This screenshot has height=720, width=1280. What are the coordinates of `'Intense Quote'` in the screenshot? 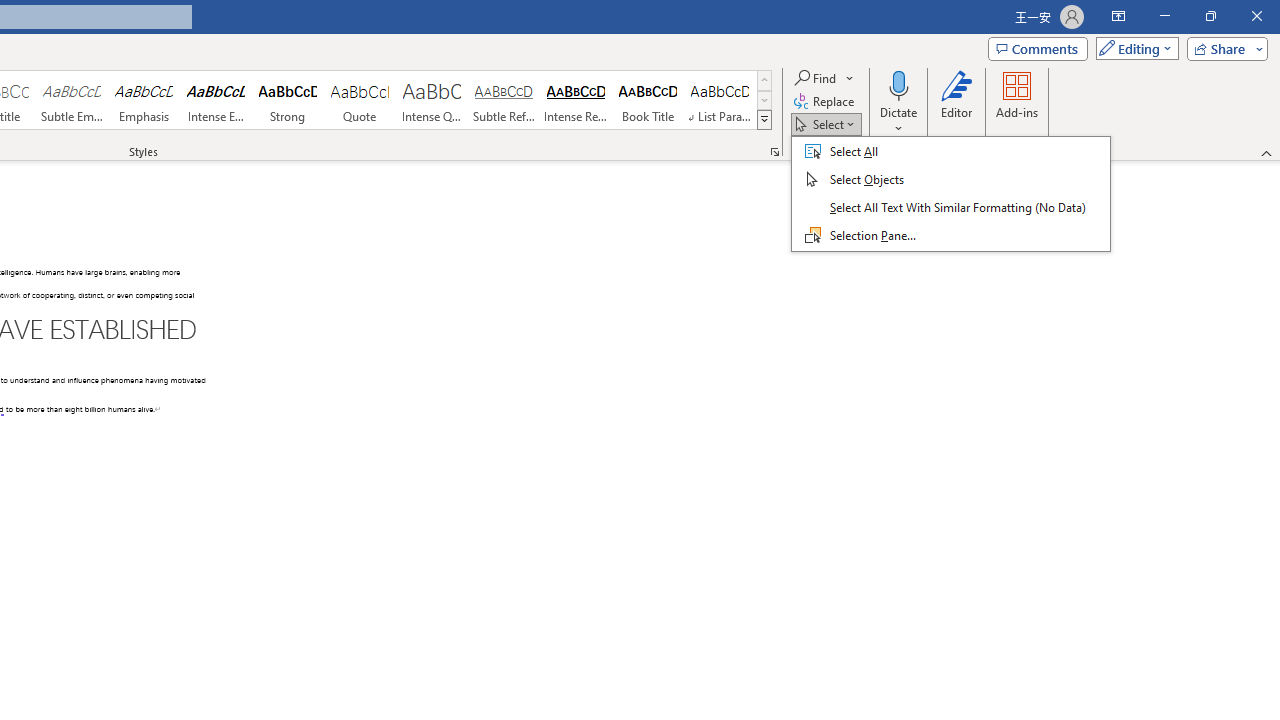 It's located at (431, 100).